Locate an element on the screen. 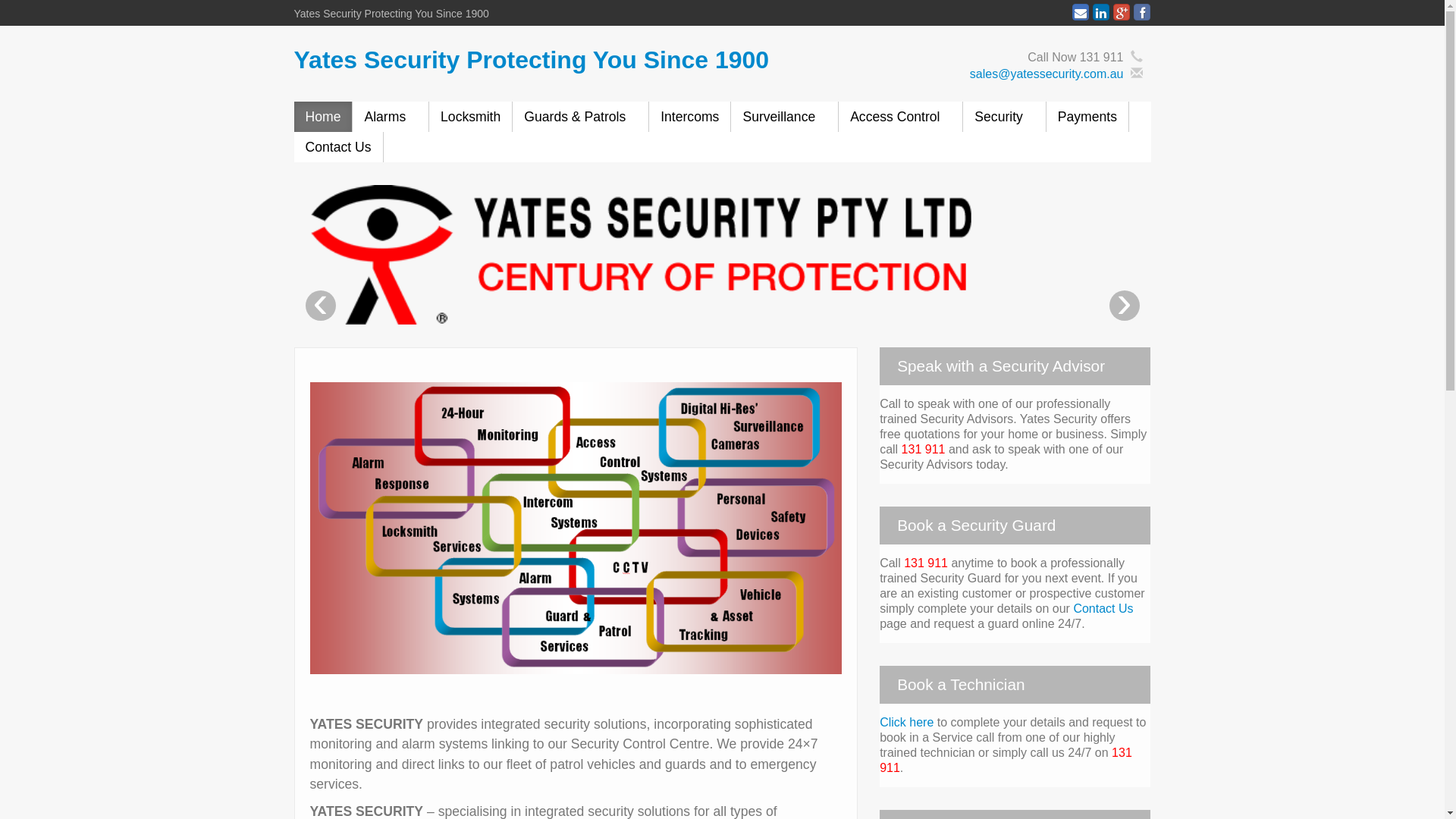 The height and width of the screenshot is (819, 1456). 'Yates Security Protecting You Since 1900 Linkedin' is located at coordinates (1100, 11).